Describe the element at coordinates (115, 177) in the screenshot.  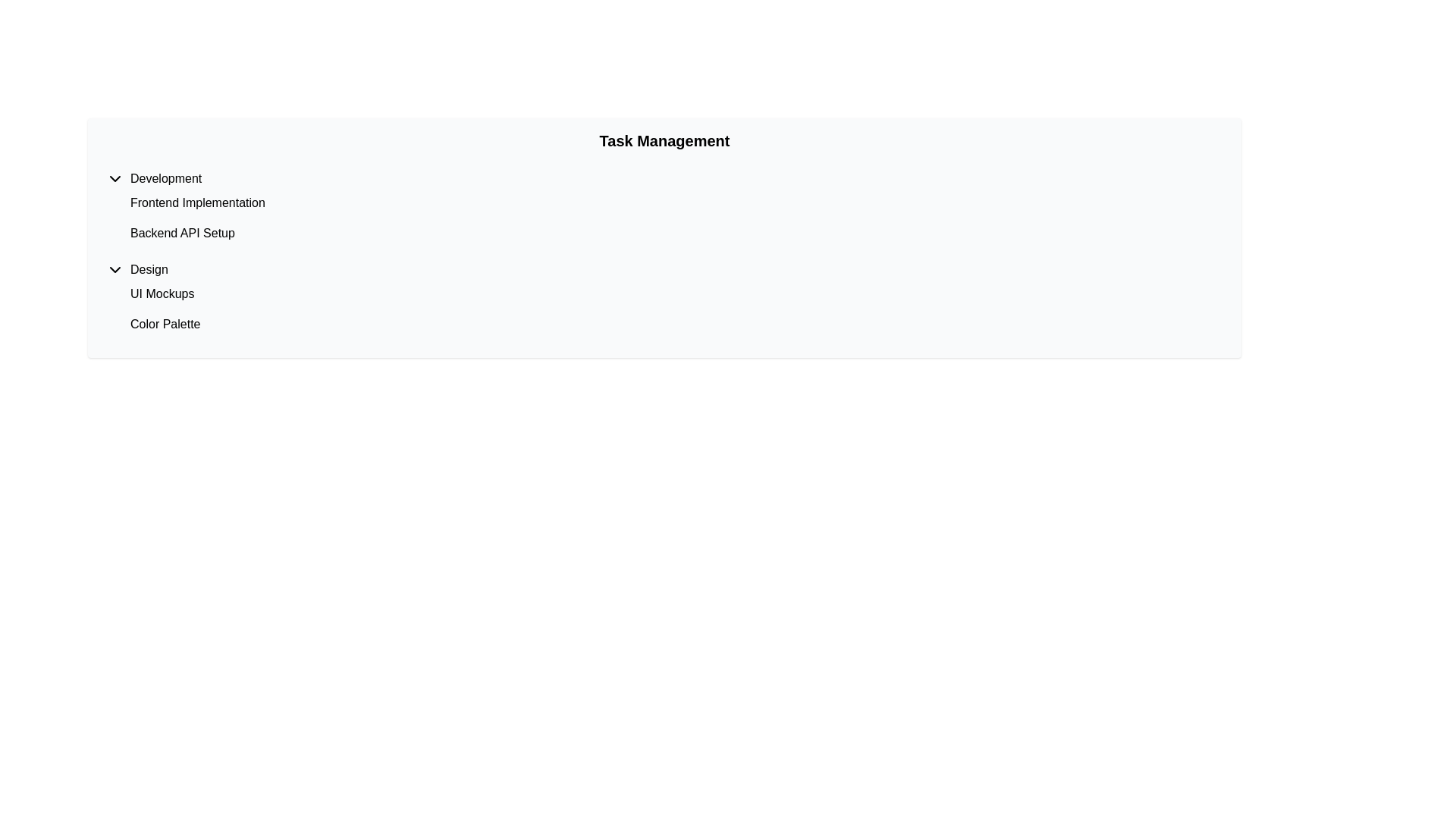
I see `the Dropdown Toggle Icon located to the left of the text 'Development'` at that location.